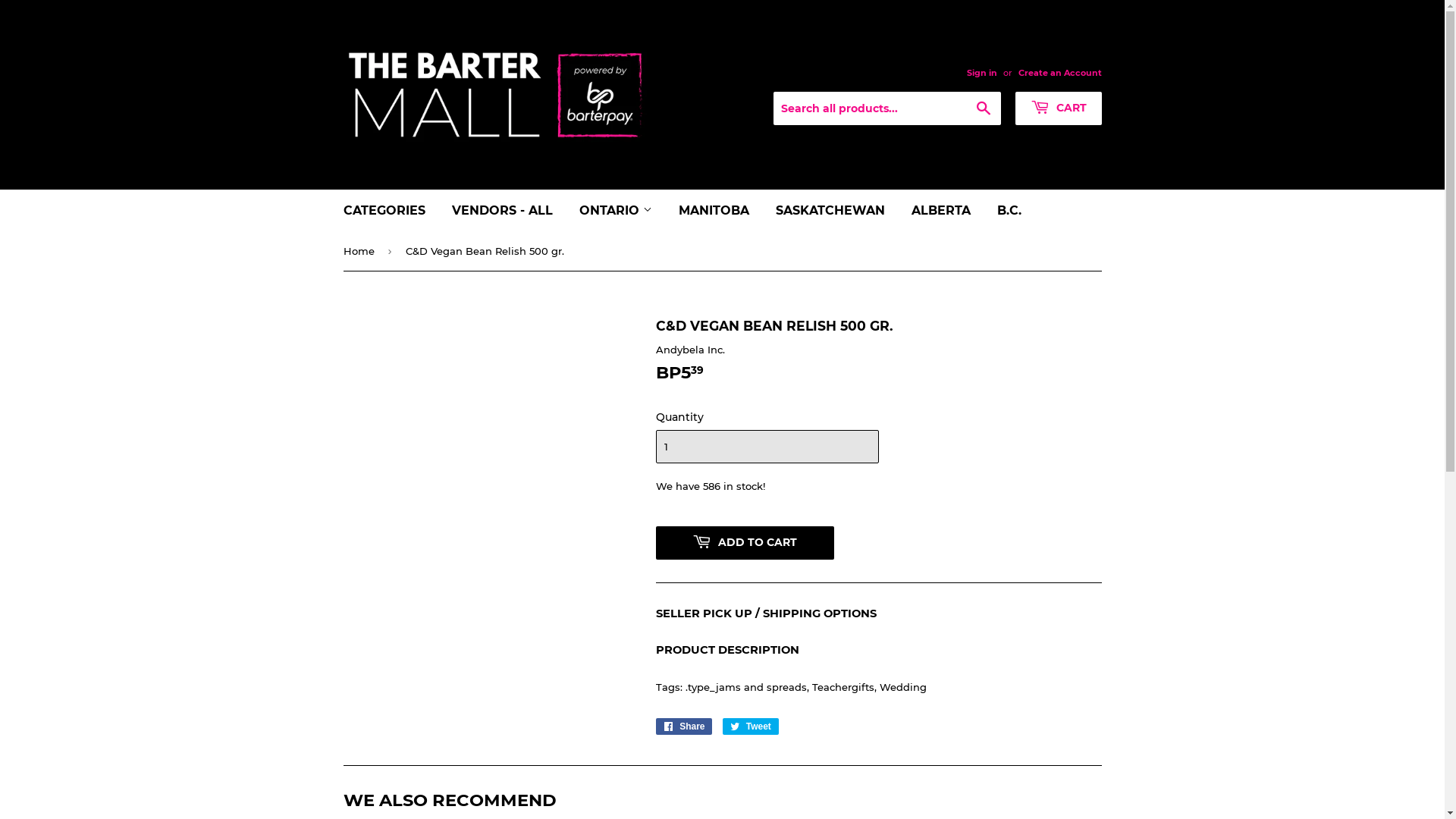  Describe the element at coordinates (981, 73) in the screenshot. I see `'Sign in'` at that location.